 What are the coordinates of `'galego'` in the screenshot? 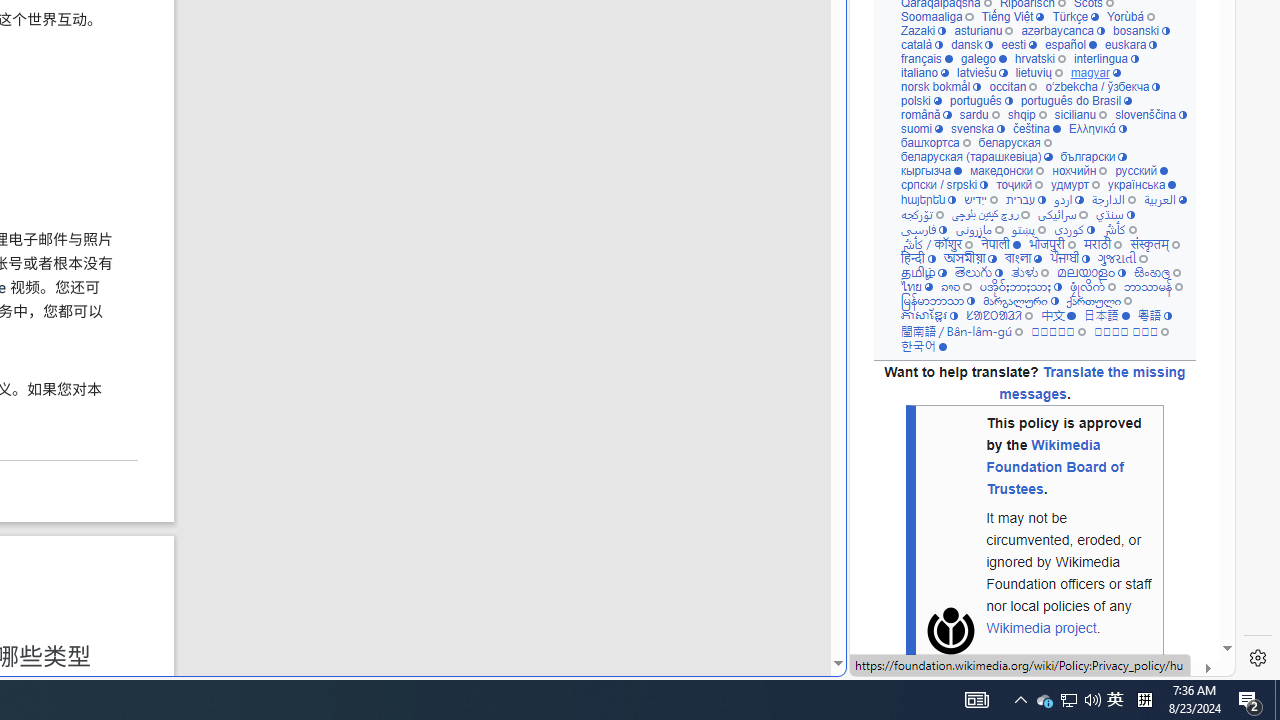 It's located at (983, 58).